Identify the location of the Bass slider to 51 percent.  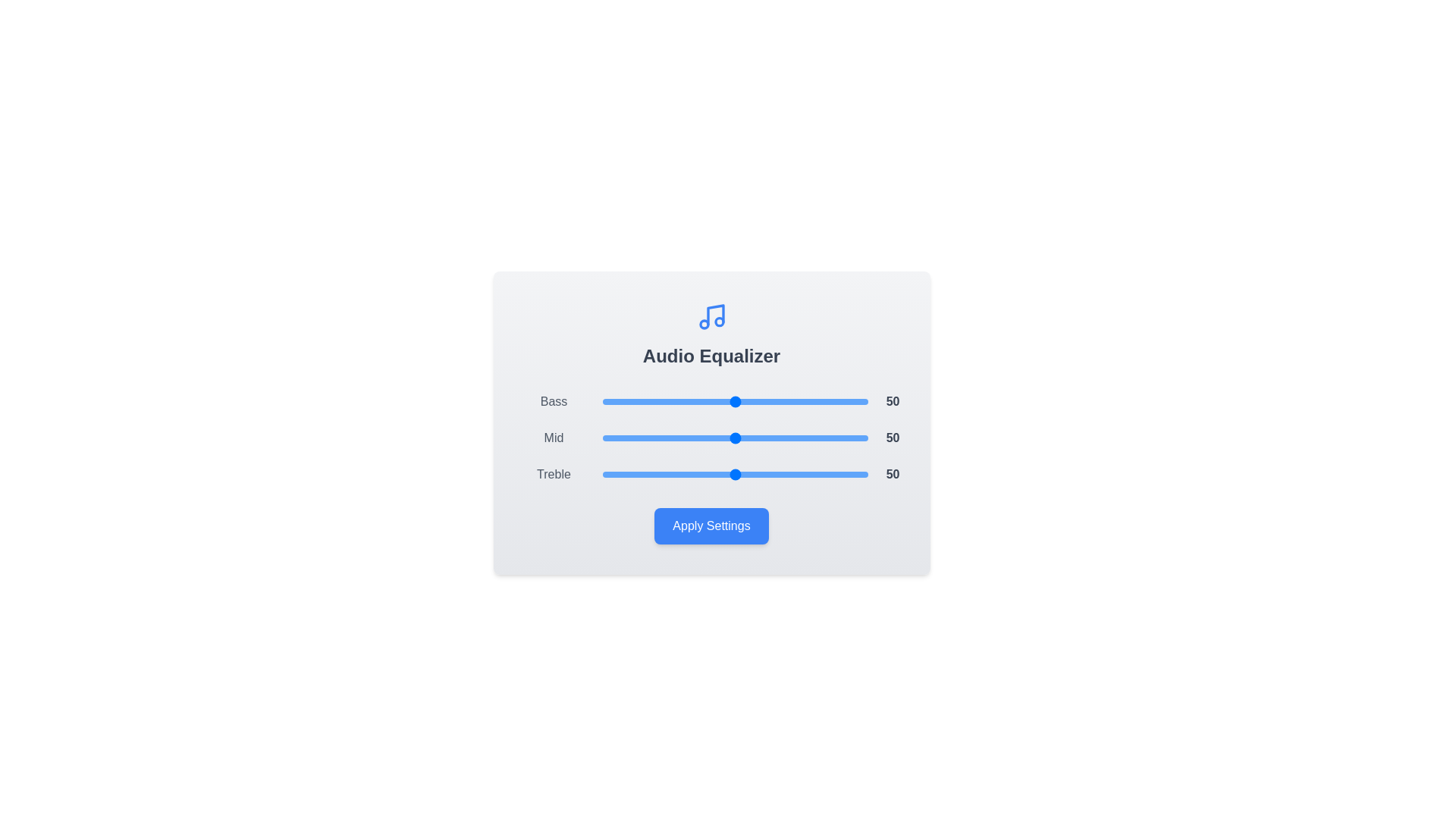
(738, 400).